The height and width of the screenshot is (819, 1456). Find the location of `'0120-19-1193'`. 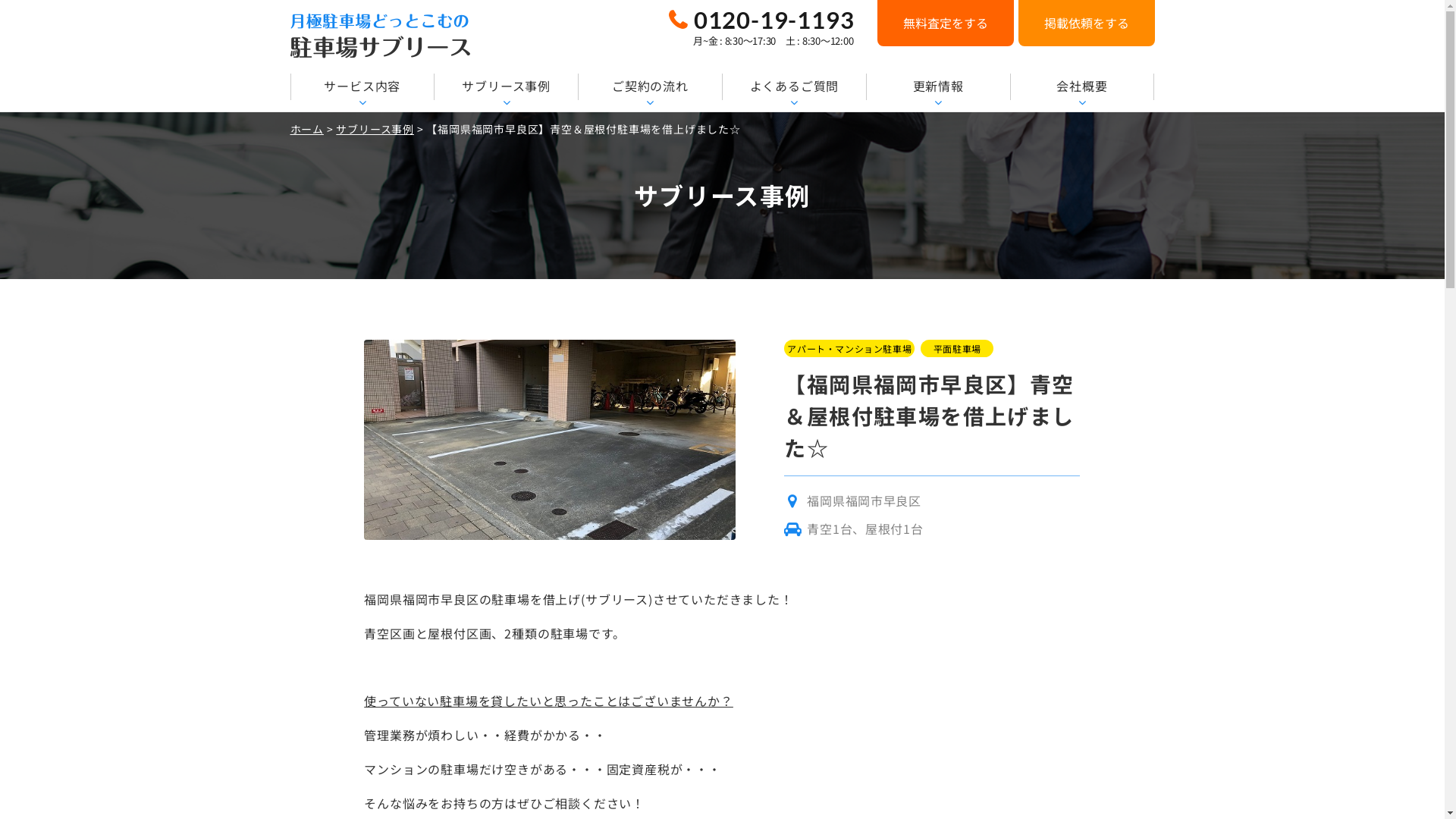

'0120-19-1193' is located at coordinates (761, 20).